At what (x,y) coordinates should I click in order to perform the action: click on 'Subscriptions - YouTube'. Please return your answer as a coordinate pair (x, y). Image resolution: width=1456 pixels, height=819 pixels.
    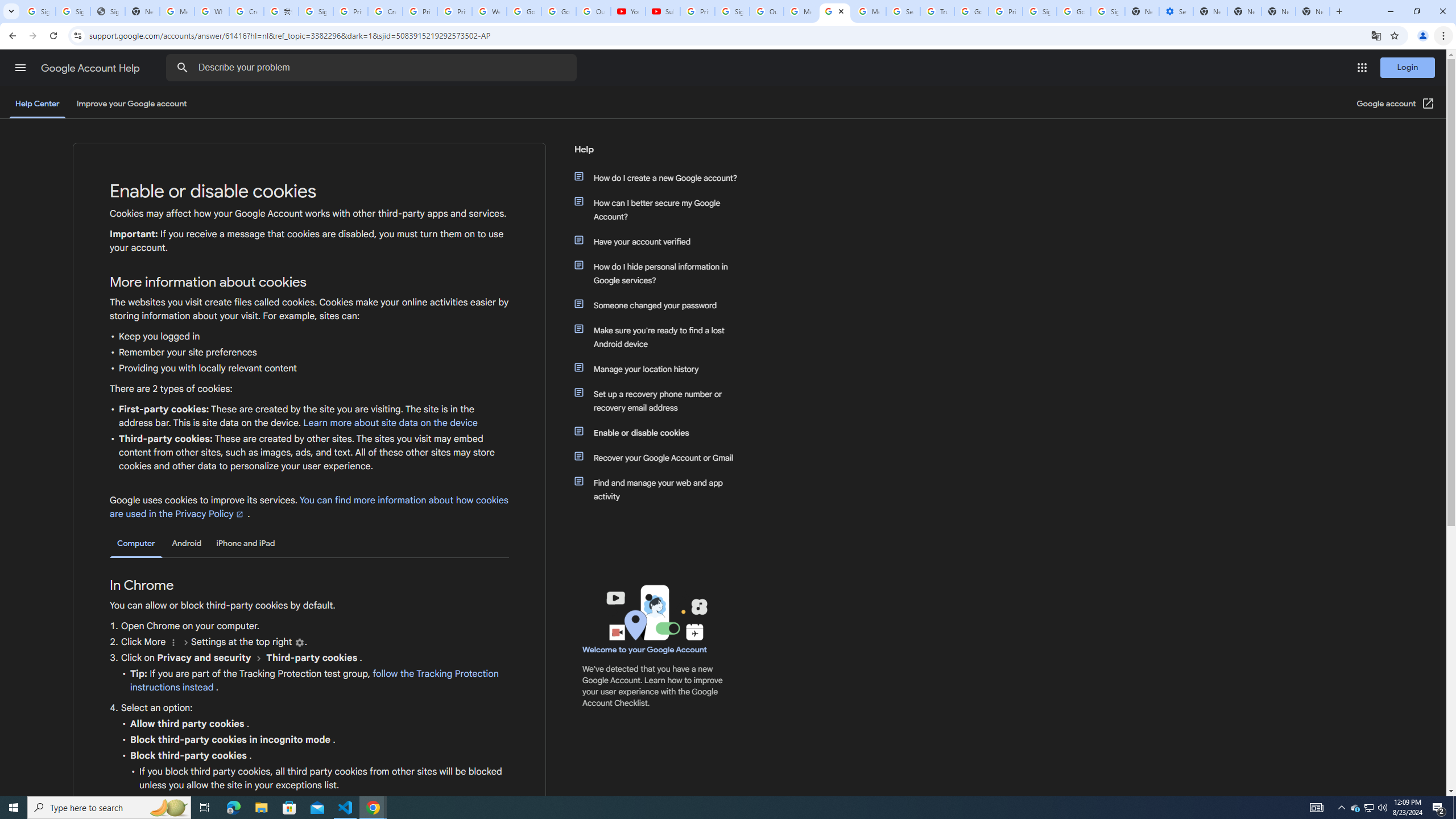
    Looking at the image, I should click on (663, 11).